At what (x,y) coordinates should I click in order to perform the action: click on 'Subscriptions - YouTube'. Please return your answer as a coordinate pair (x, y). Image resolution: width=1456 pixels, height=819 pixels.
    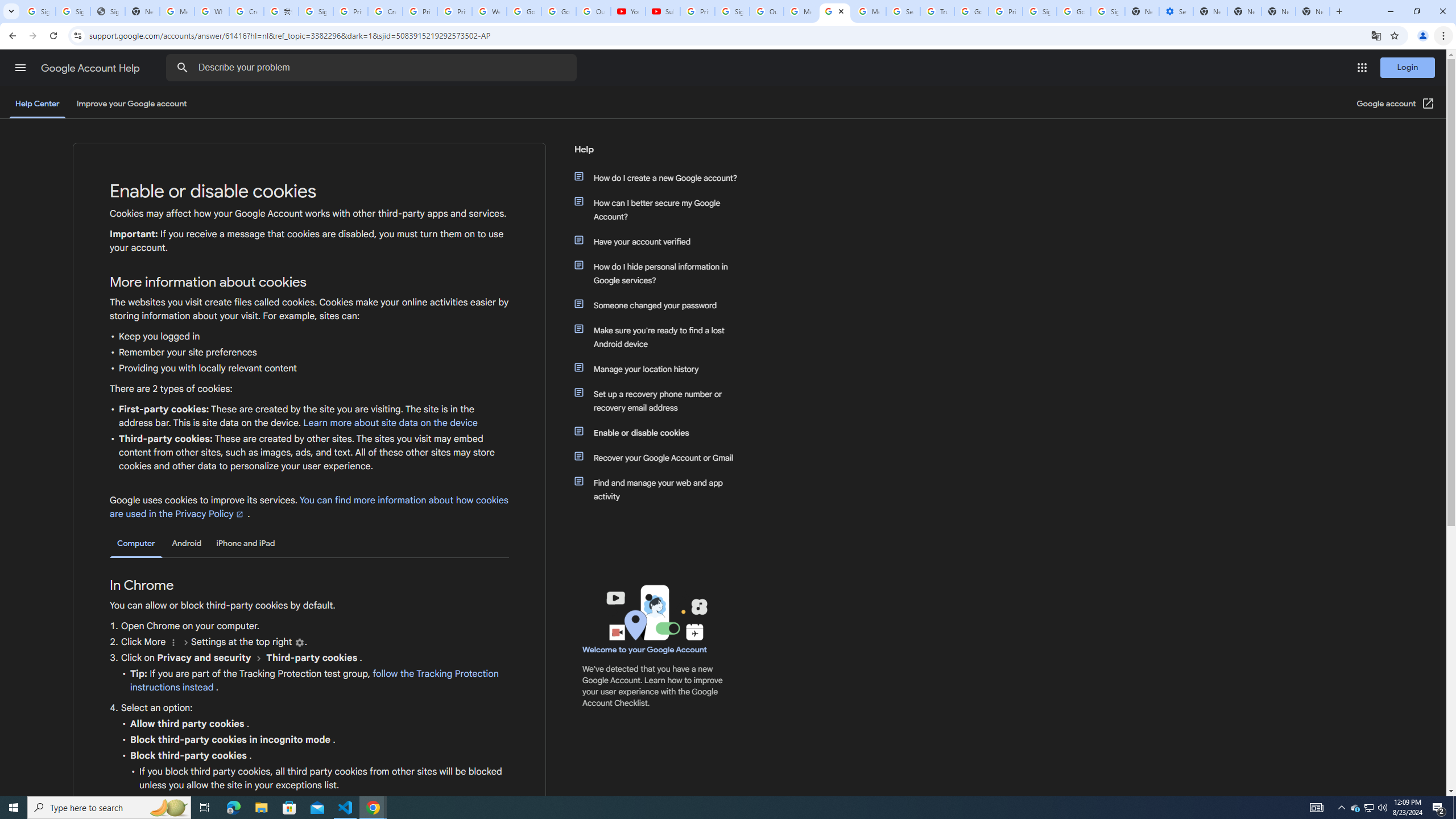
    Looking at the image, I should click on (663, 11).